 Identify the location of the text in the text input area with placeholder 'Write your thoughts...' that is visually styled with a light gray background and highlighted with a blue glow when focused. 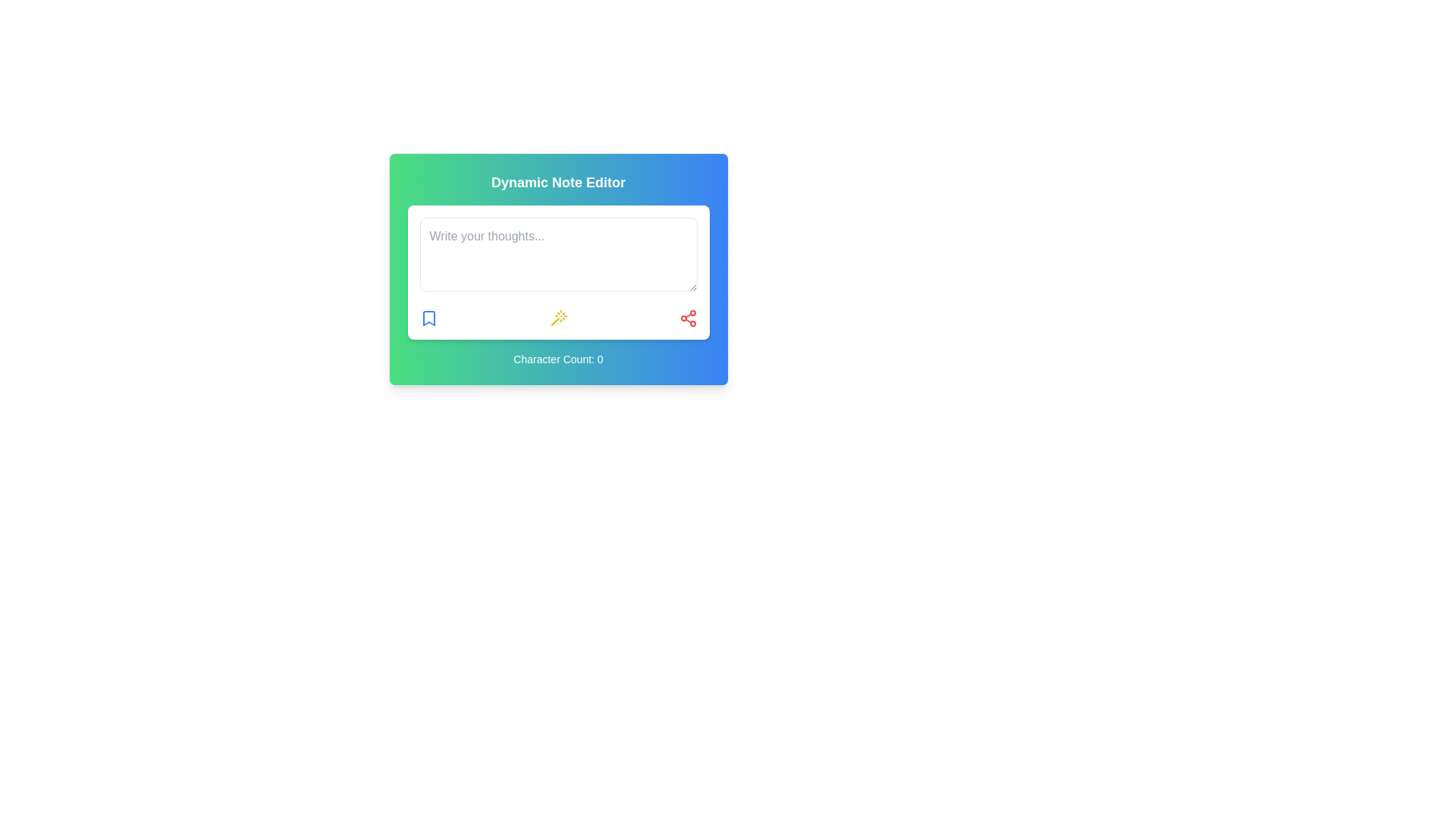
(557, 253).